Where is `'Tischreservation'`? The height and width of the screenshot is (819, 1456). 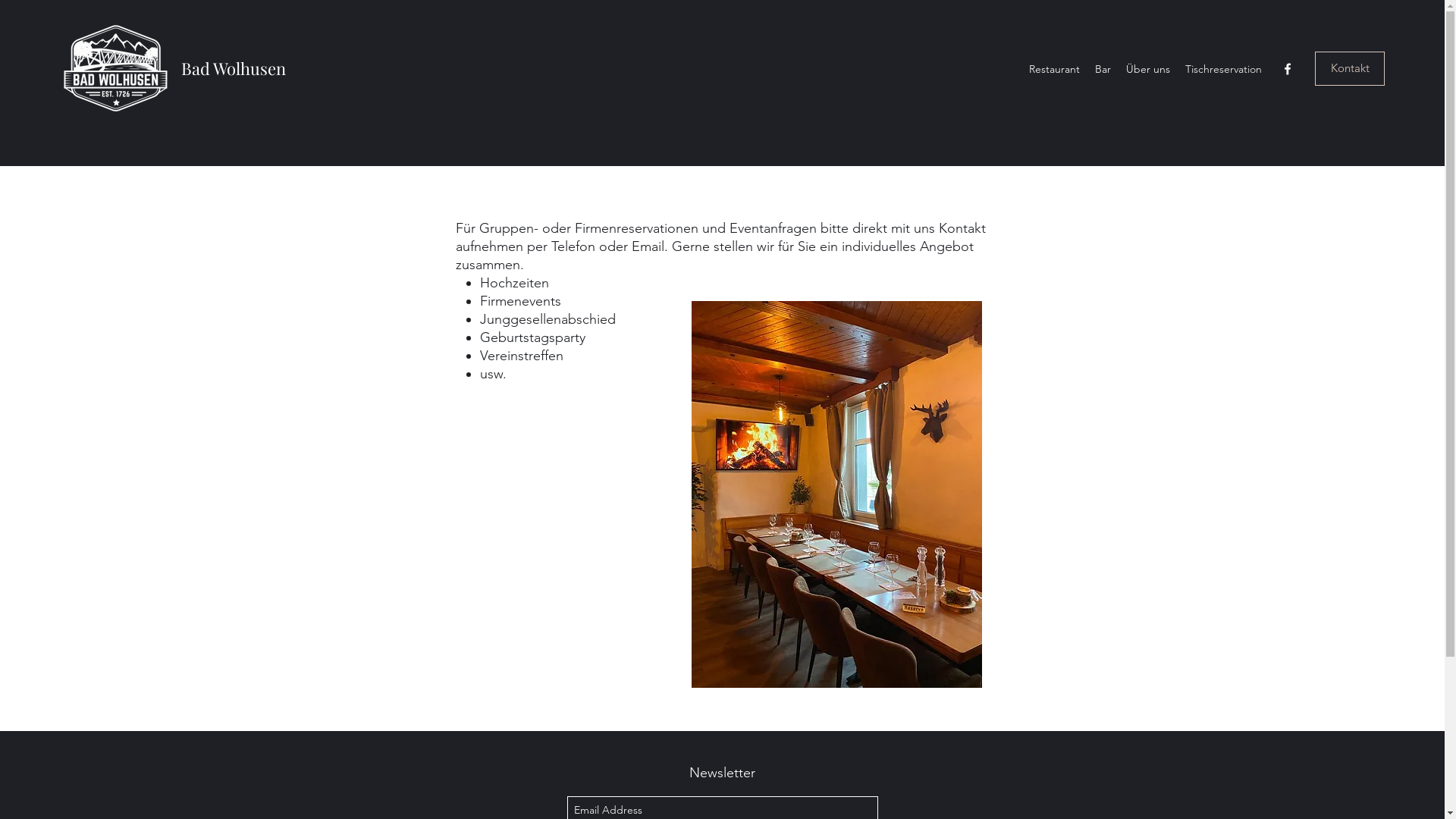 'Tischreservation' is located at coordinates (1223, 69).